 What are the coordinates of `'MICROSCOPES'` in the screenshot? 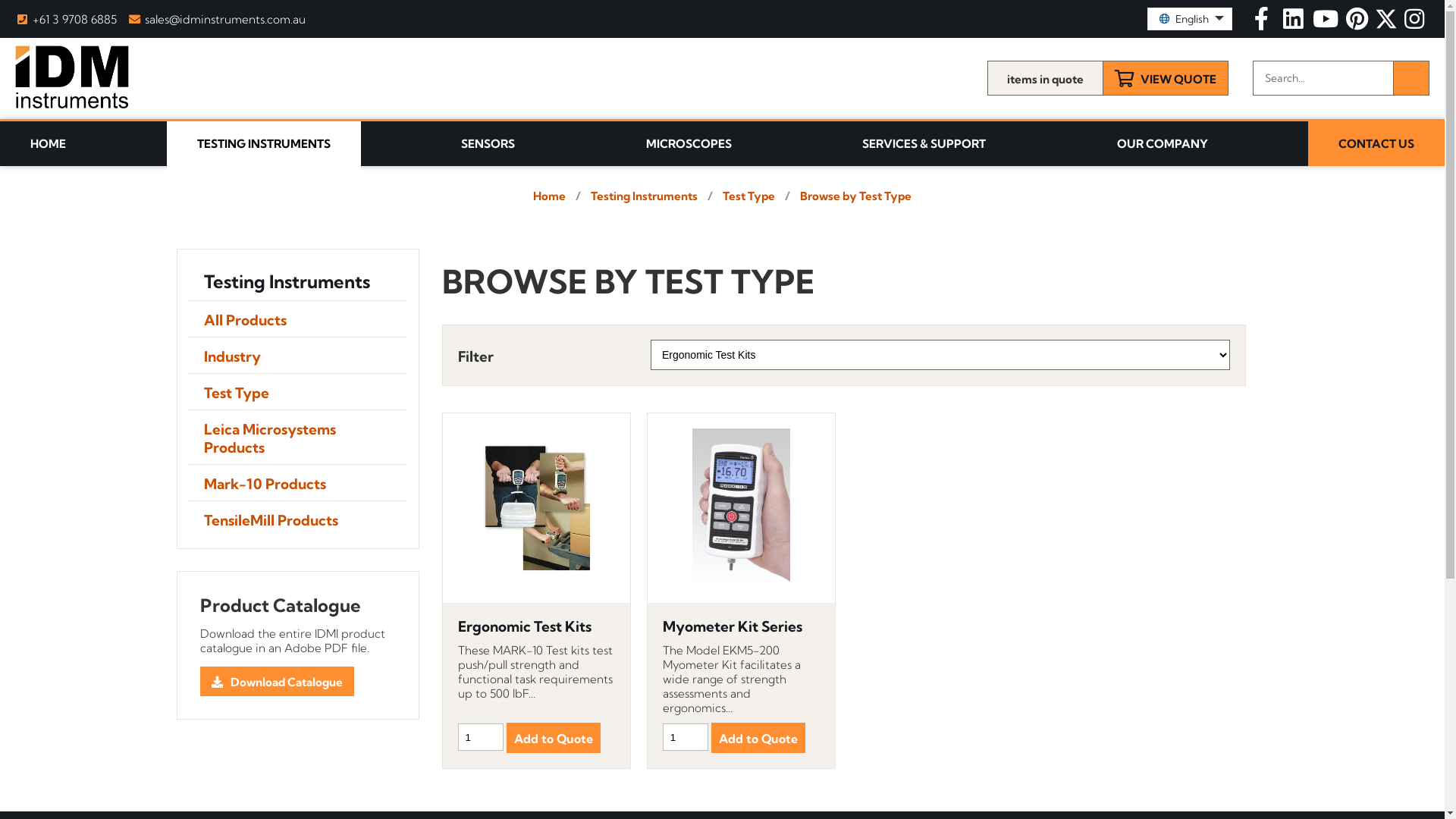 It's located at (688, 143).